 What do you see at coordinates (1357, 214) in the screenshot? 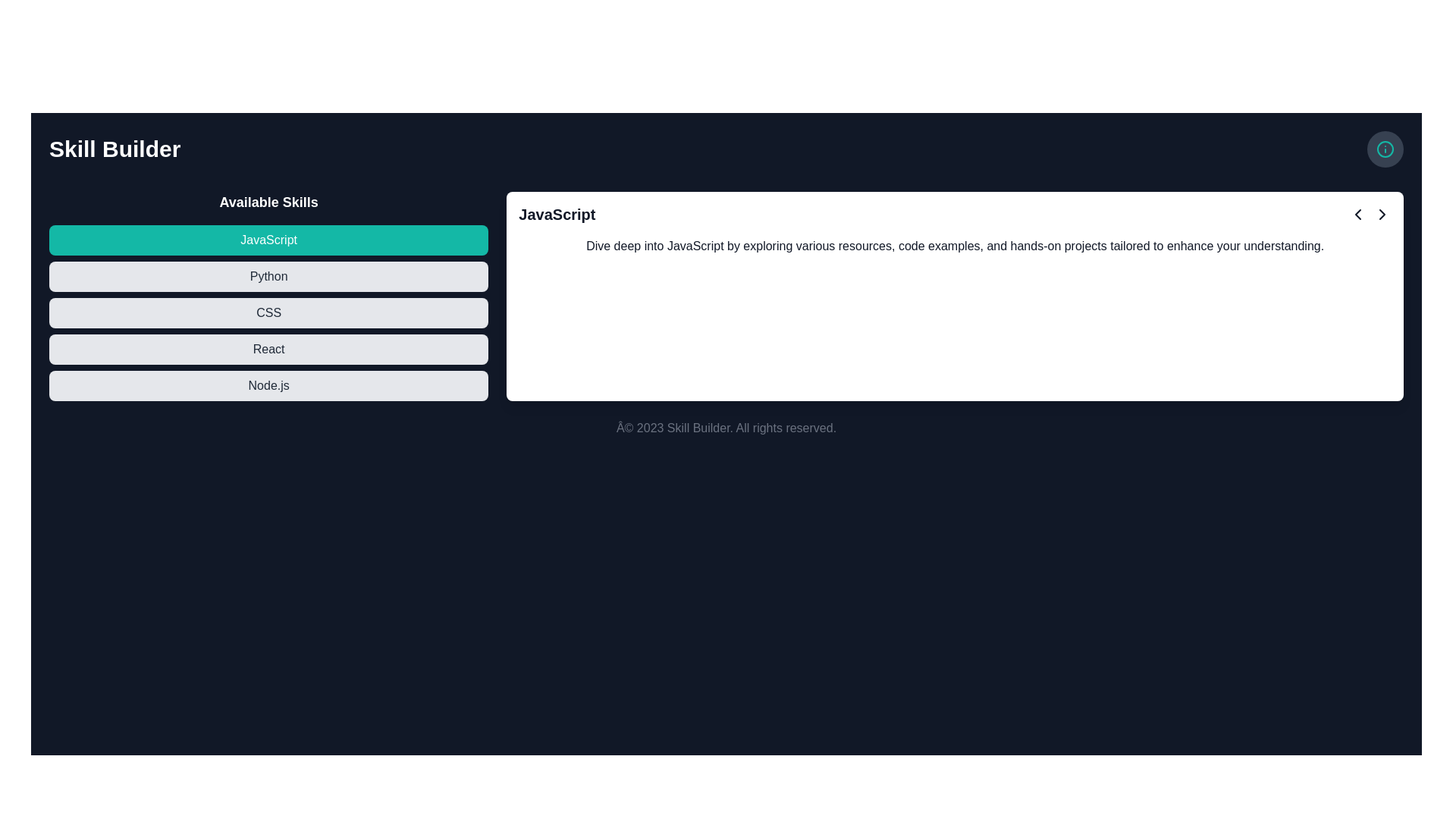
I see `the left-pointing chevron icon, which is styled with a dark line color and positioned in the top-right corner of the main content area` at bounding box center [1357, 214].